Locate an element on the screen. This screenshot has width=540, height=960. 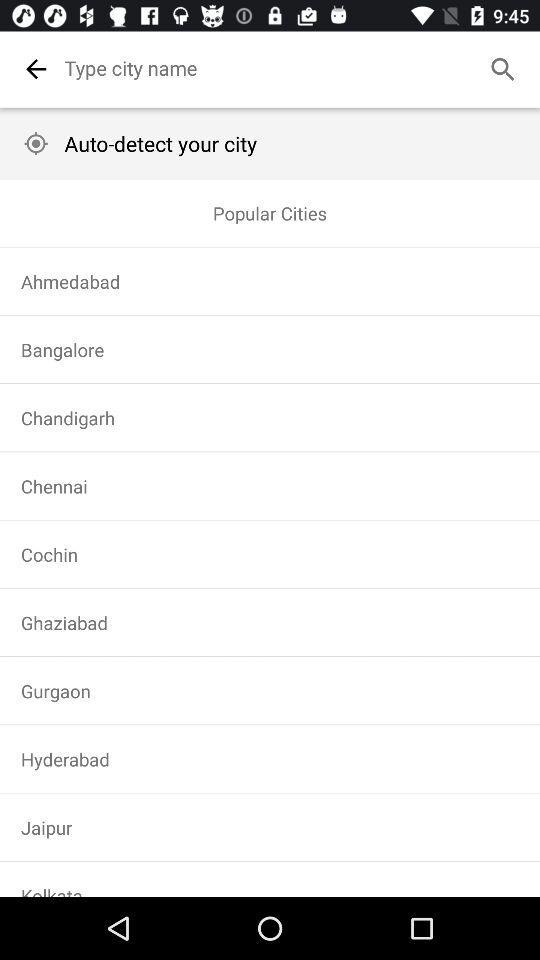
city name is located at coordinates (294, 68).